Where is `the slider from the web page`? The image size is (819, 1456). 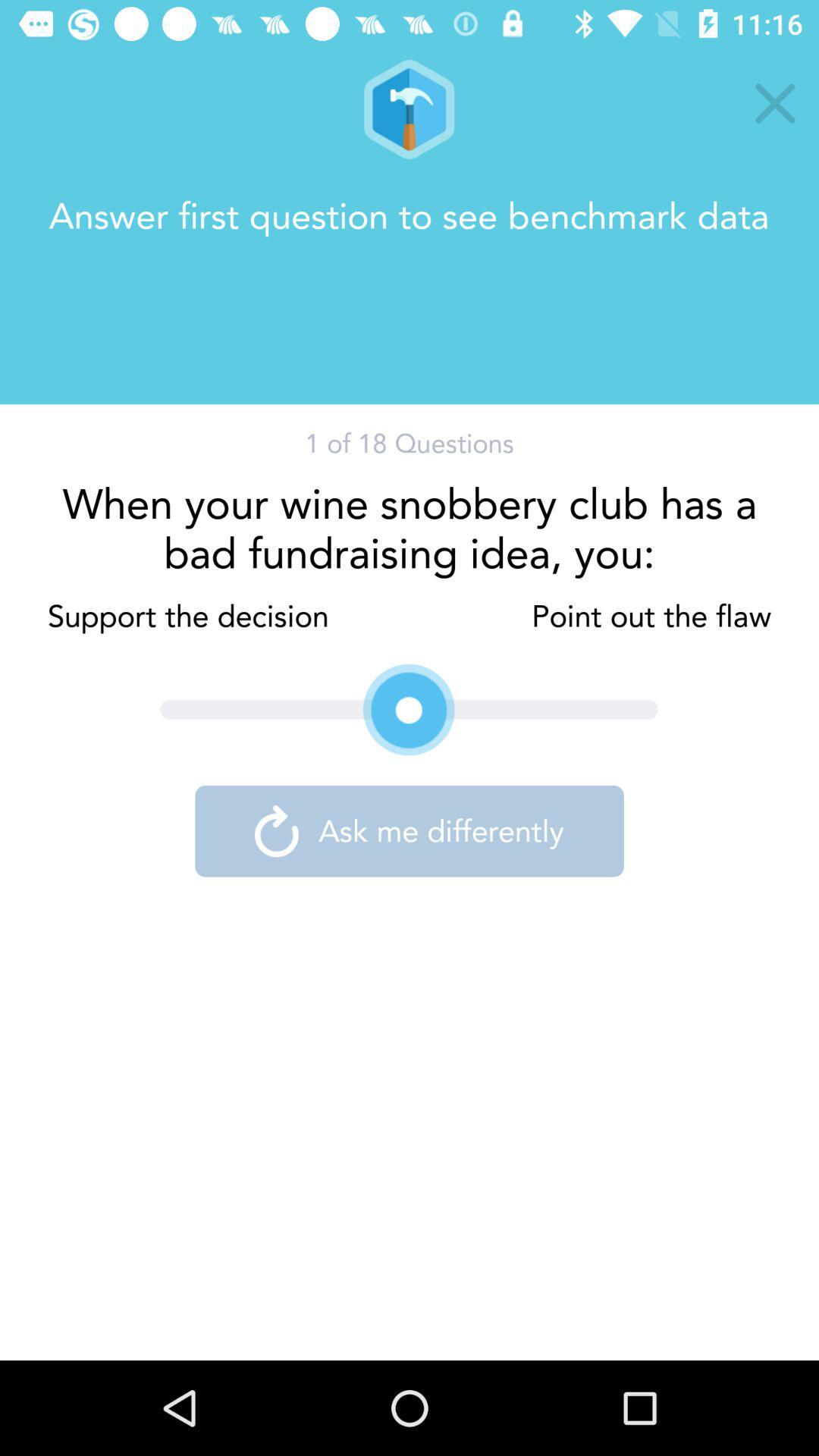
the slider from the web page is located at coordinates (409, 709).